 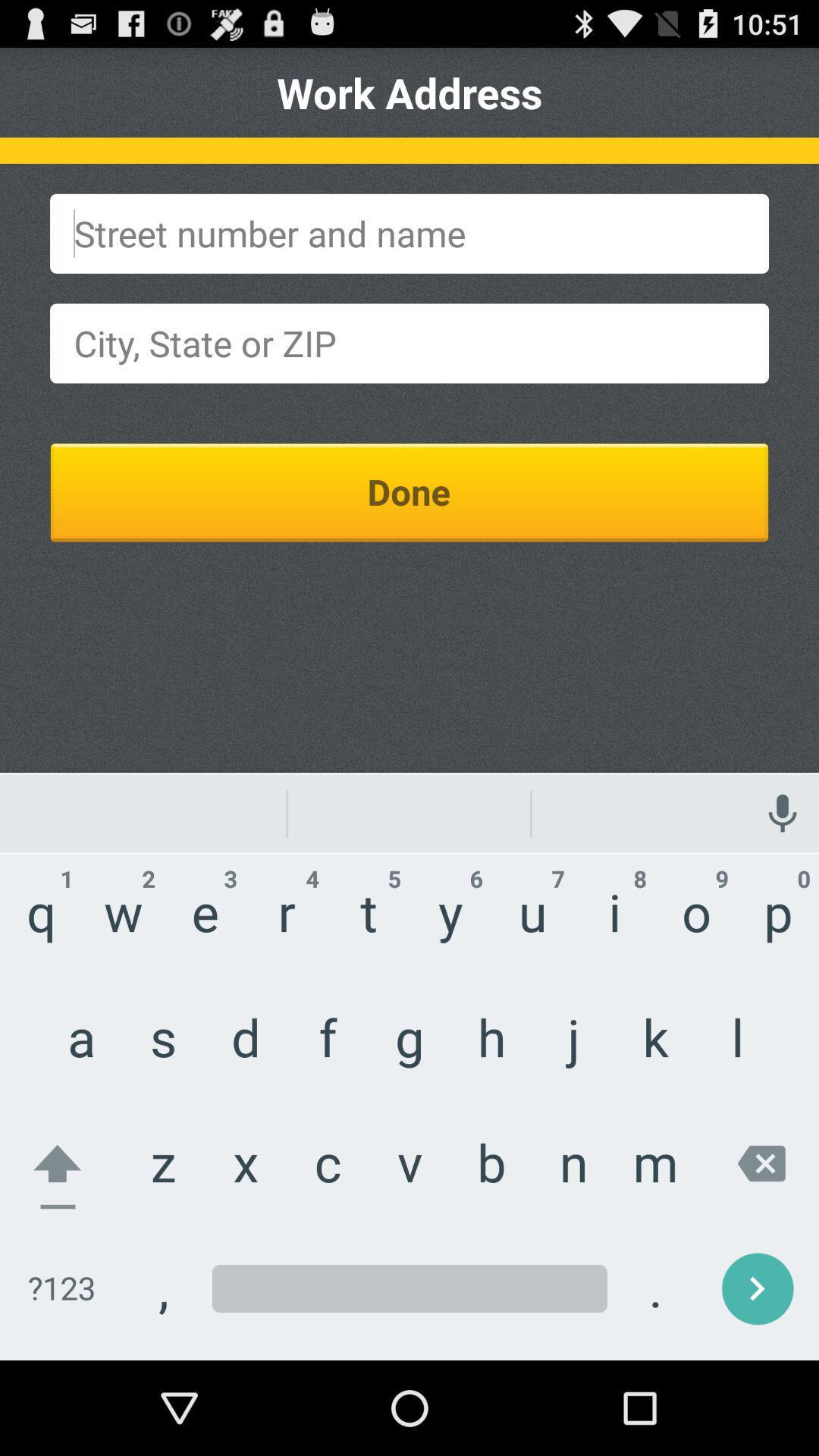 I want to click on text, so click(x=409, y=342).